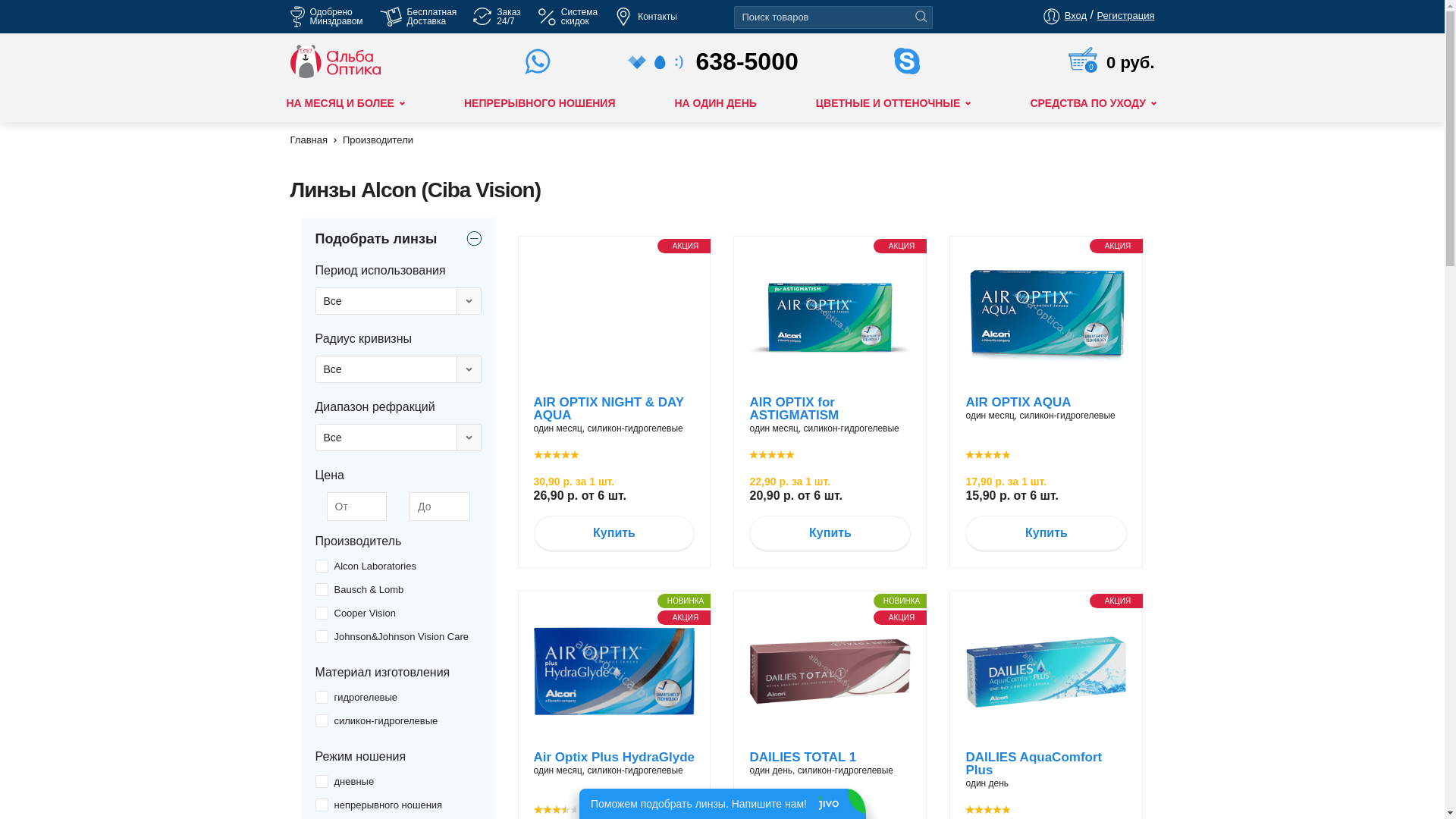 The height and width of the screenshot is (819, 1456). Describe the element at coordinates (722, 61) in the screenshot. I see `'638-5000'` at that location.